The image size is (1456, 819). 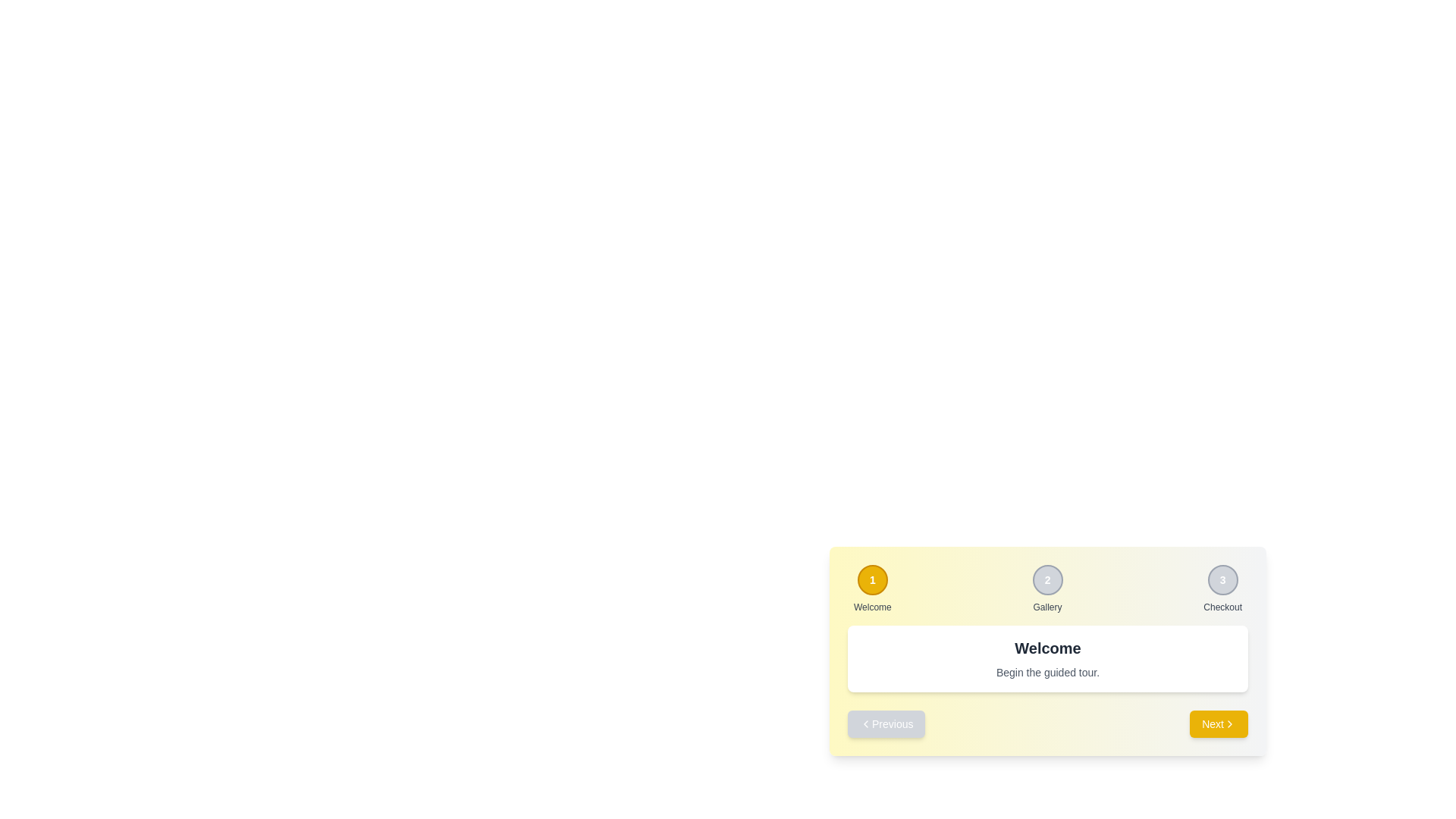 What do you see at coordinates (1047, 595) in the screenshot?
I see `the step indicator element labeled '2 Gallery'` at bounding box center [1047, 595].